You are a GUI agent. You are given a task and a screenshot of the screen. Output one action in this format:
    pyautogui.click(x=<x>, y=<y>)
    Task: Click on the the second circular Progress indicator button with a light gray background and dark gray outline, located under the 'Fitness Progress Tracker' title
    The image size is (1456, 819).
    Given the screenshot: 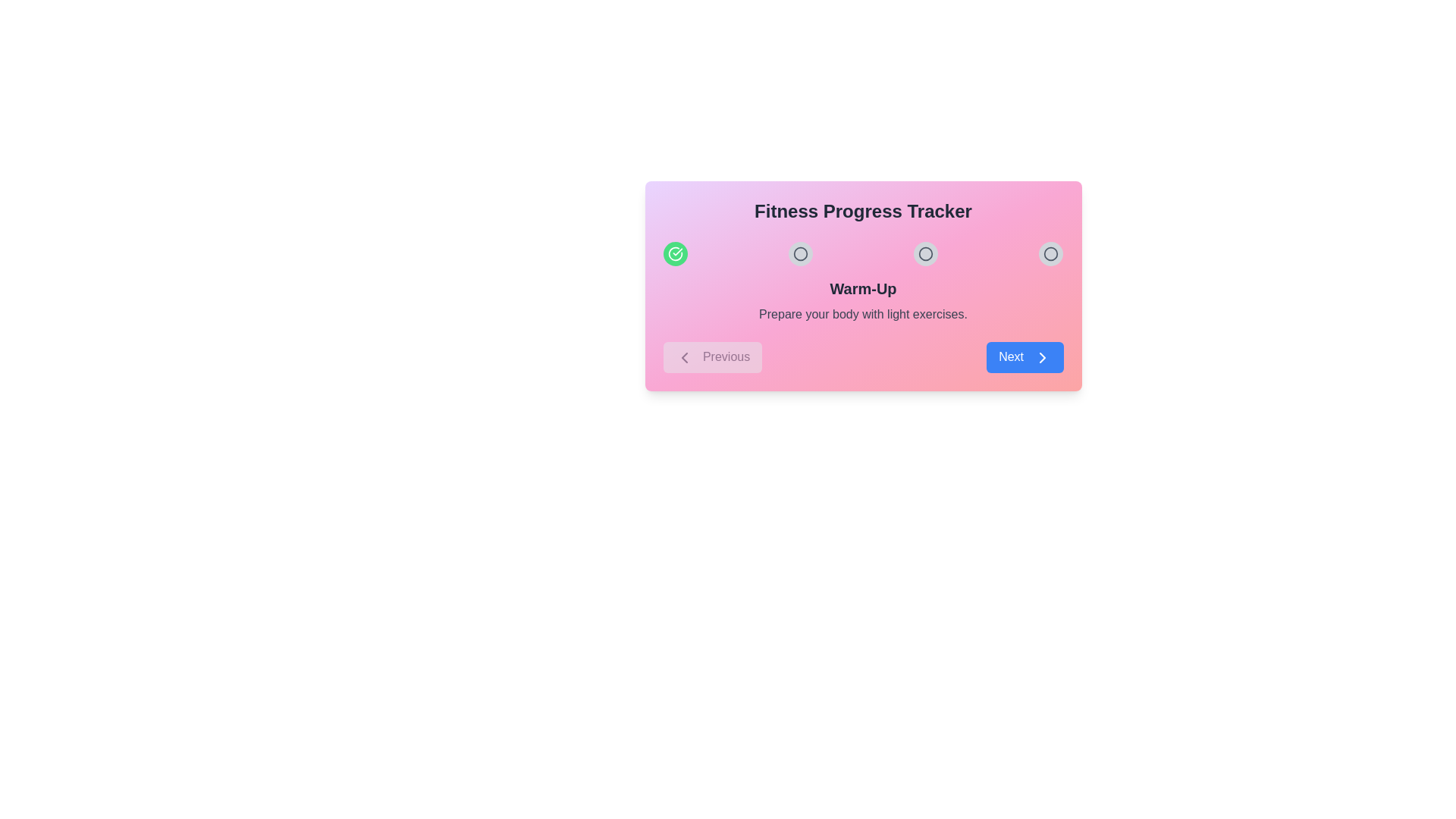 What is the action you would take?
    pyautogui.click(x=799, y=253)
    